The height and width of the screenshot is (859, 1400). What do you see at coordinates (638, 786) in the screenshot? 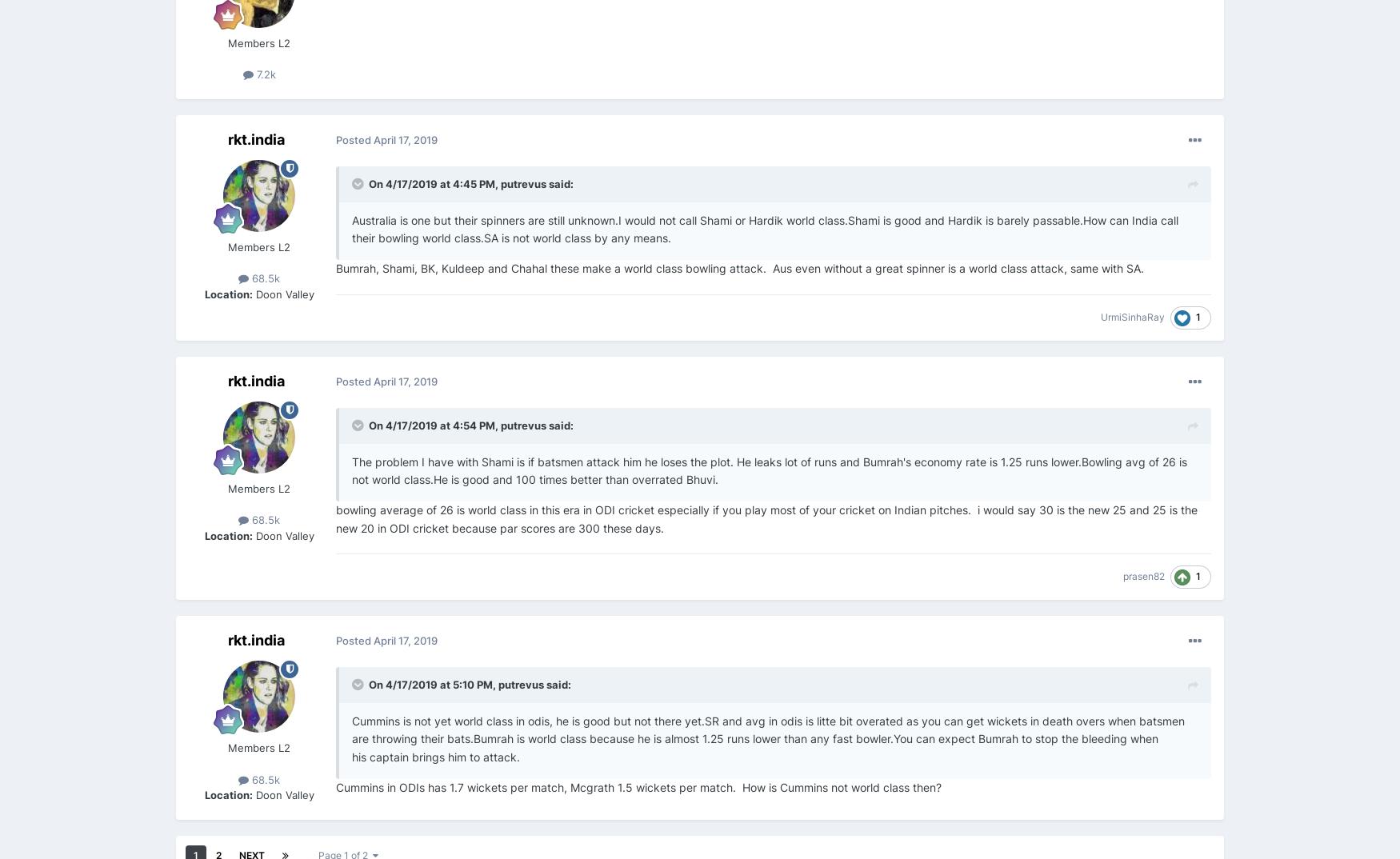
I see `'Cummins in ODIs has 1.7 wickets per match, Mcgrath 1.5 wickets per match.  How is Cummins not world class then?'` at bounding box center [638, 786].